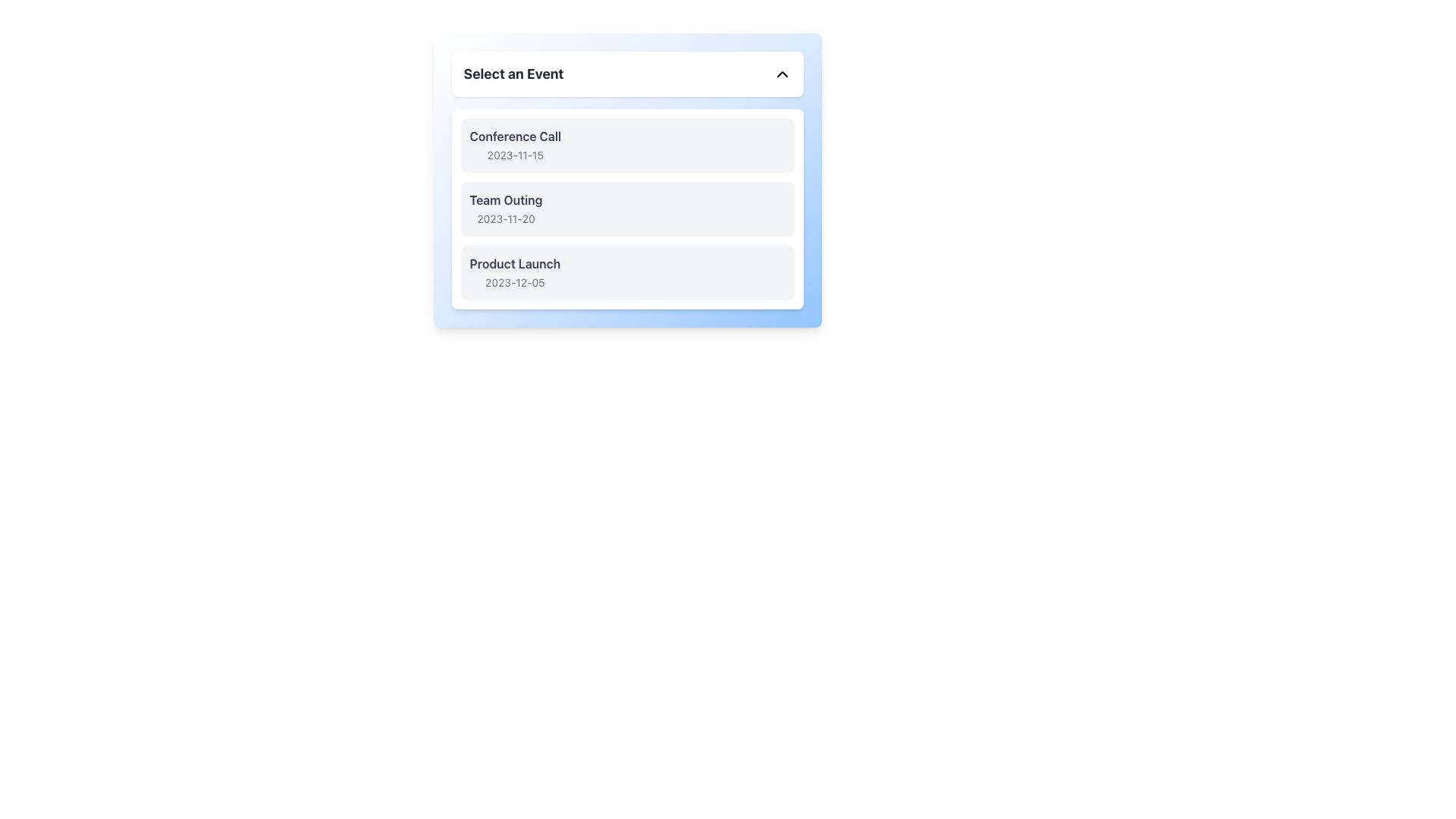 This screenshot has height=819, width=1456. What do you see at coordinates (627, 146) in the screenshot?
I see `the 'Conference Call' button, which has a light gray background and displays the date '2023-11-15' below the title` at bounding box center [627, 146].